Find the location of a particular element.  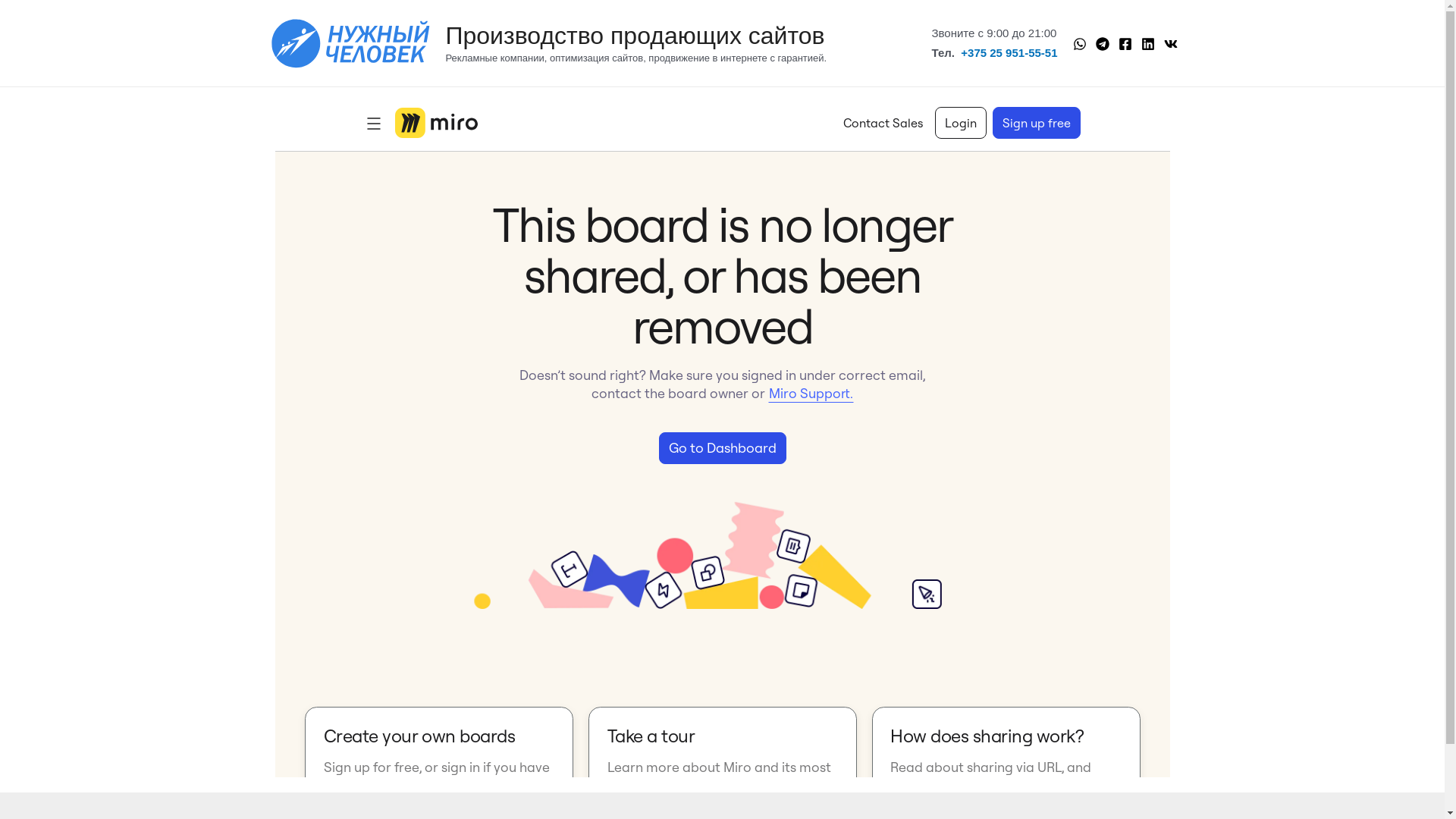

'+375 25 951-55-51' is located at coordinates (960, 52).